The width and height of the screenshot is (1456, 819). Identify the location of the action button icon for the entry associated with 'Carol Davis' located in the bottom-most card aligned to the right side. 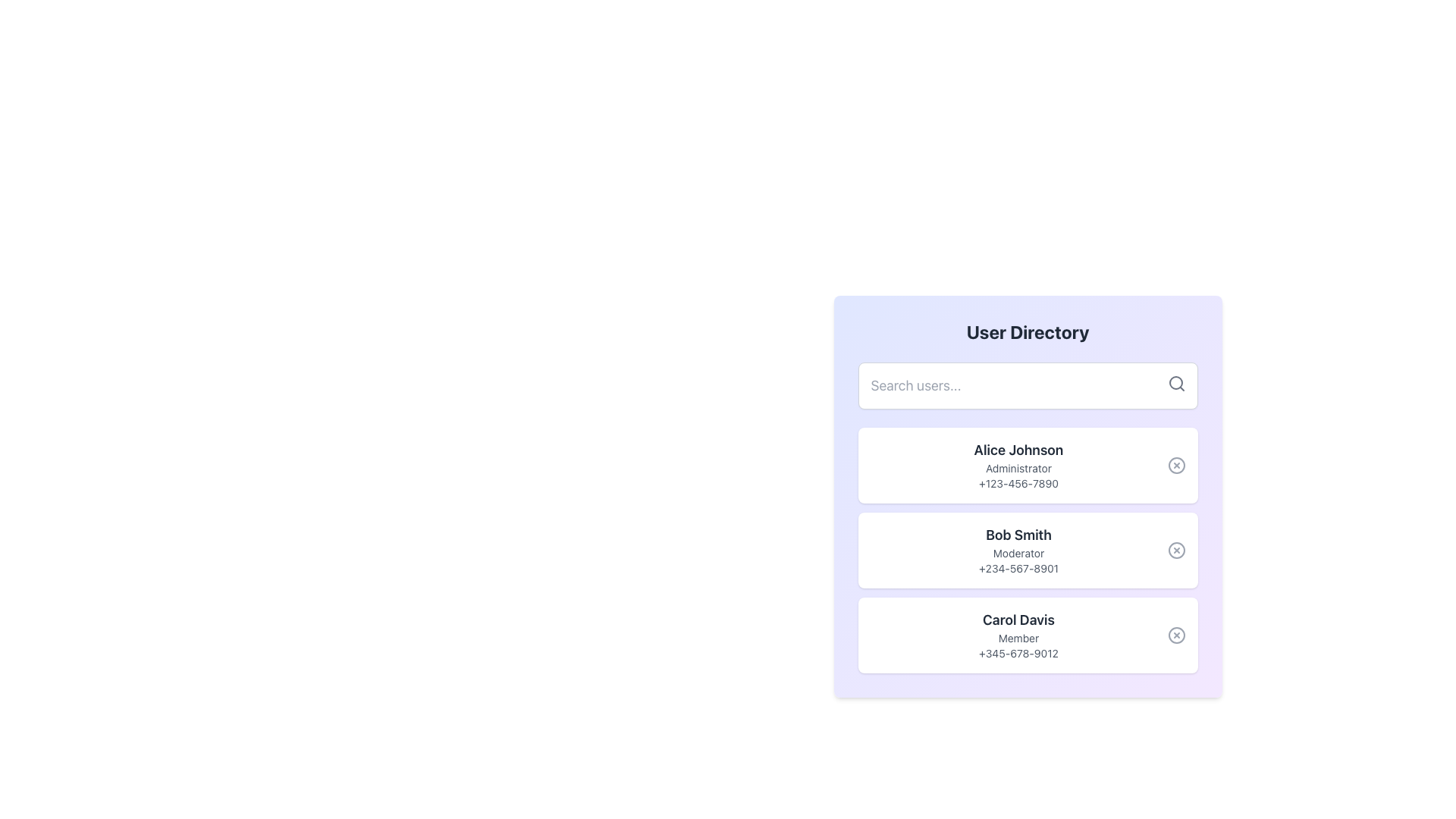
(1175, 635).